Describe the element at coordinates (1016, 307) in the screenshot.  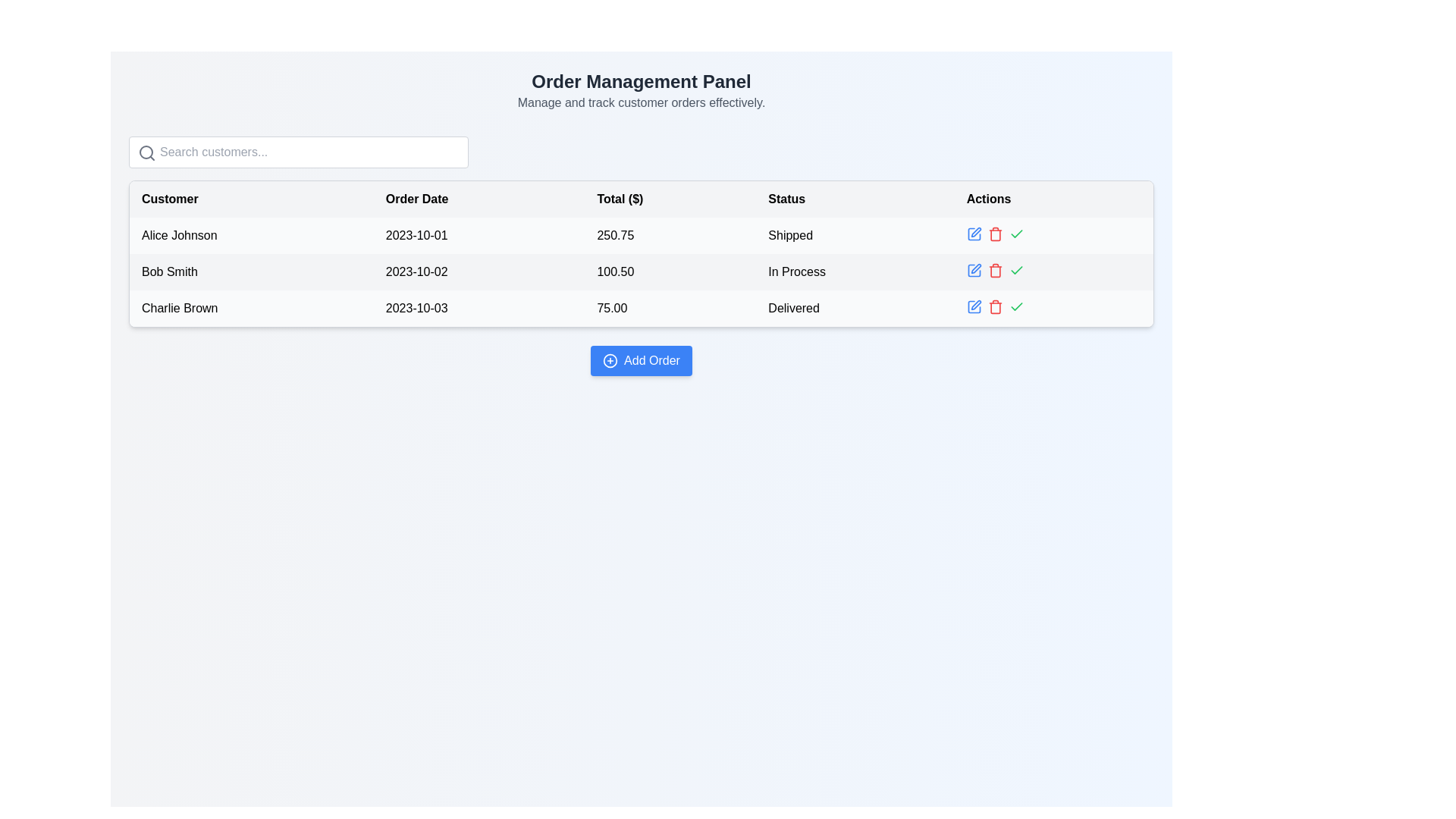
I see `the green checkmark icon button located in the 'Actions' column of the third row for customer 'Charlie Brown'` at that location.